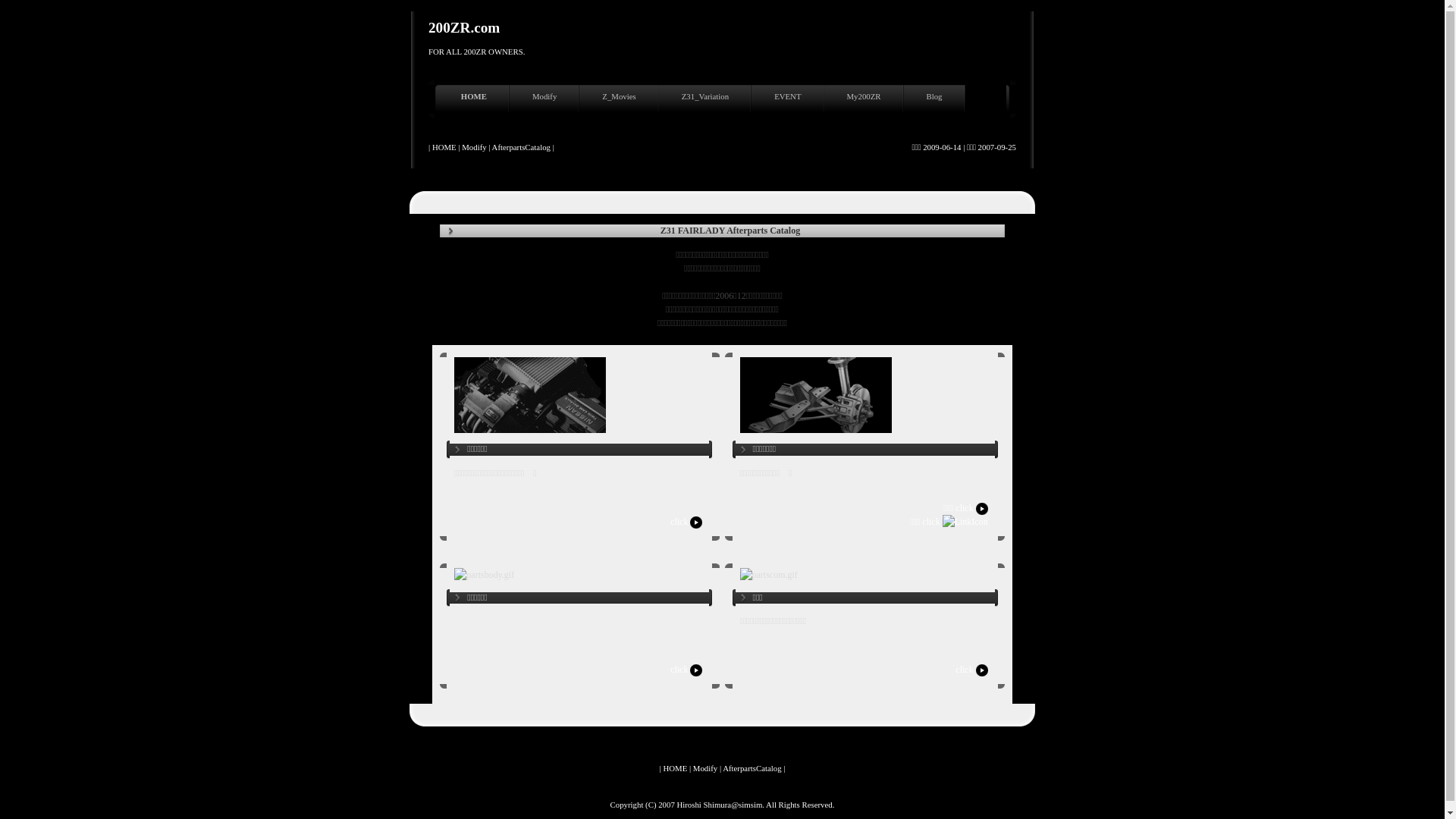 Image resolution: width=1456 pixels, height=819 pixels. Describe the element at coordinates (673, 767) in the screenshot. I see `'HOME'` at that location.